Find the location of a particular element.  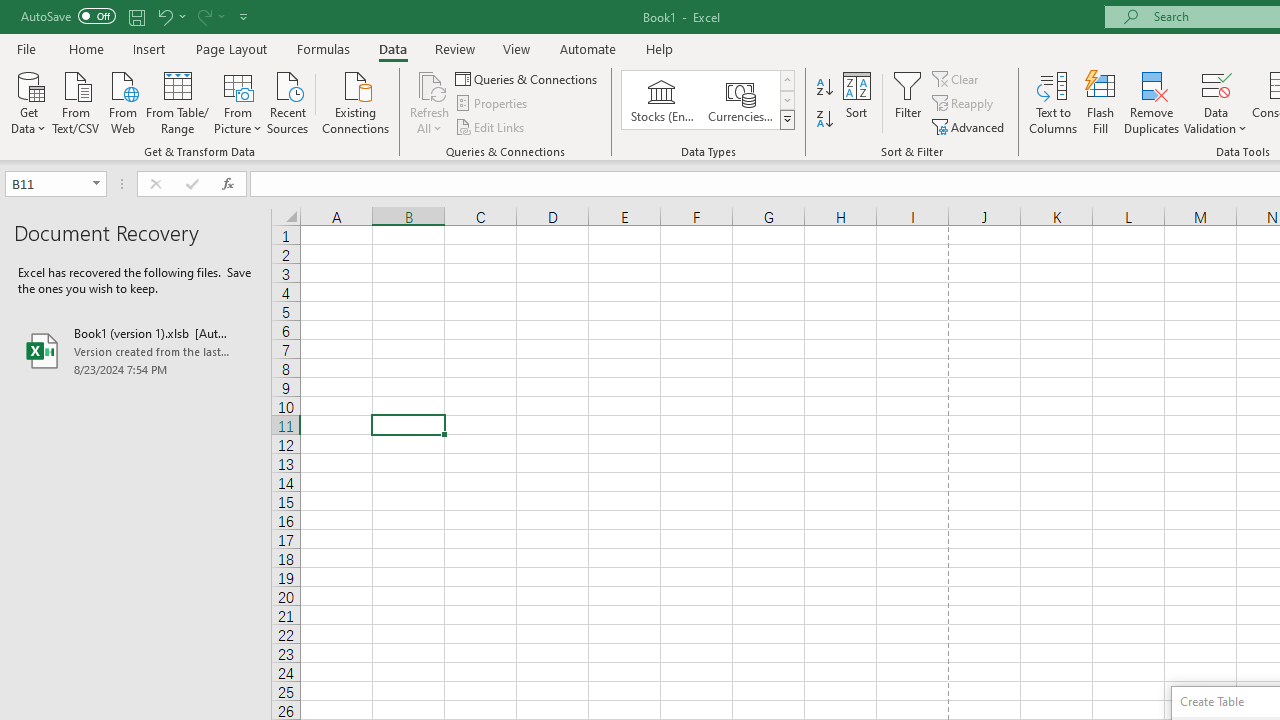

'AutoSave' is located at coordinates (68, 16).